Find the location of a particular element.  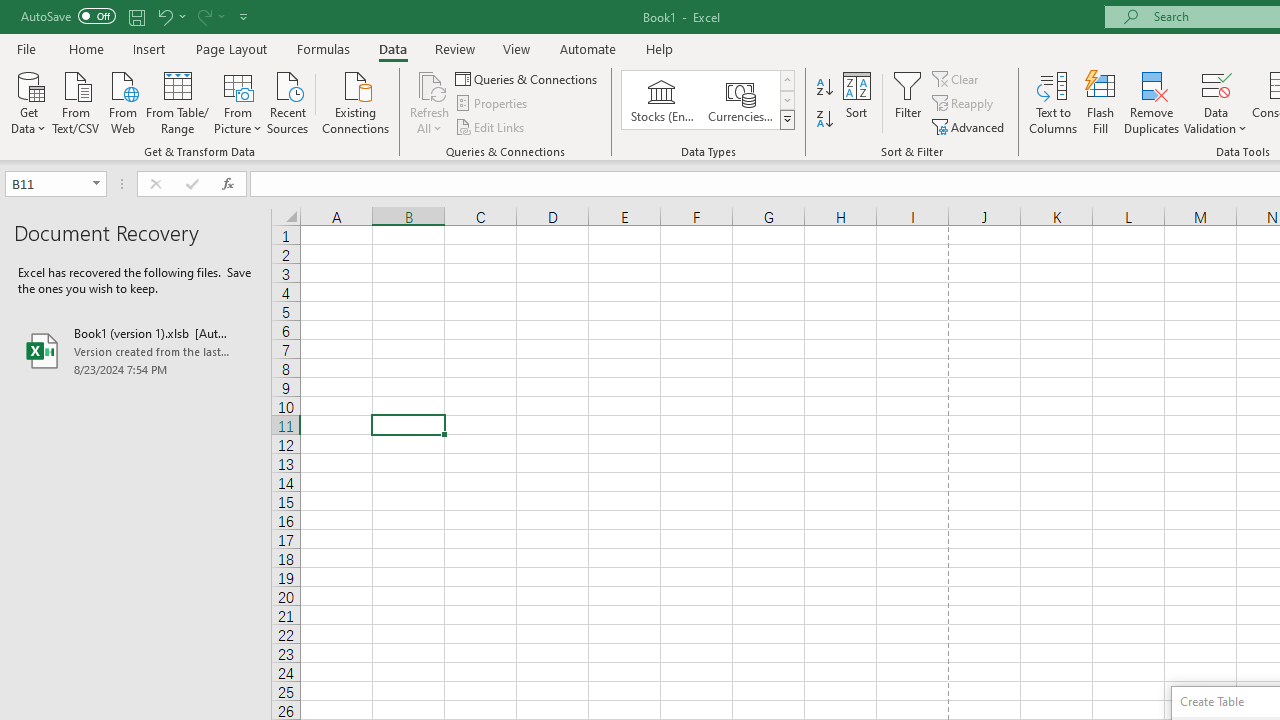

'AutoSave' is located at coordinates (68, 16).